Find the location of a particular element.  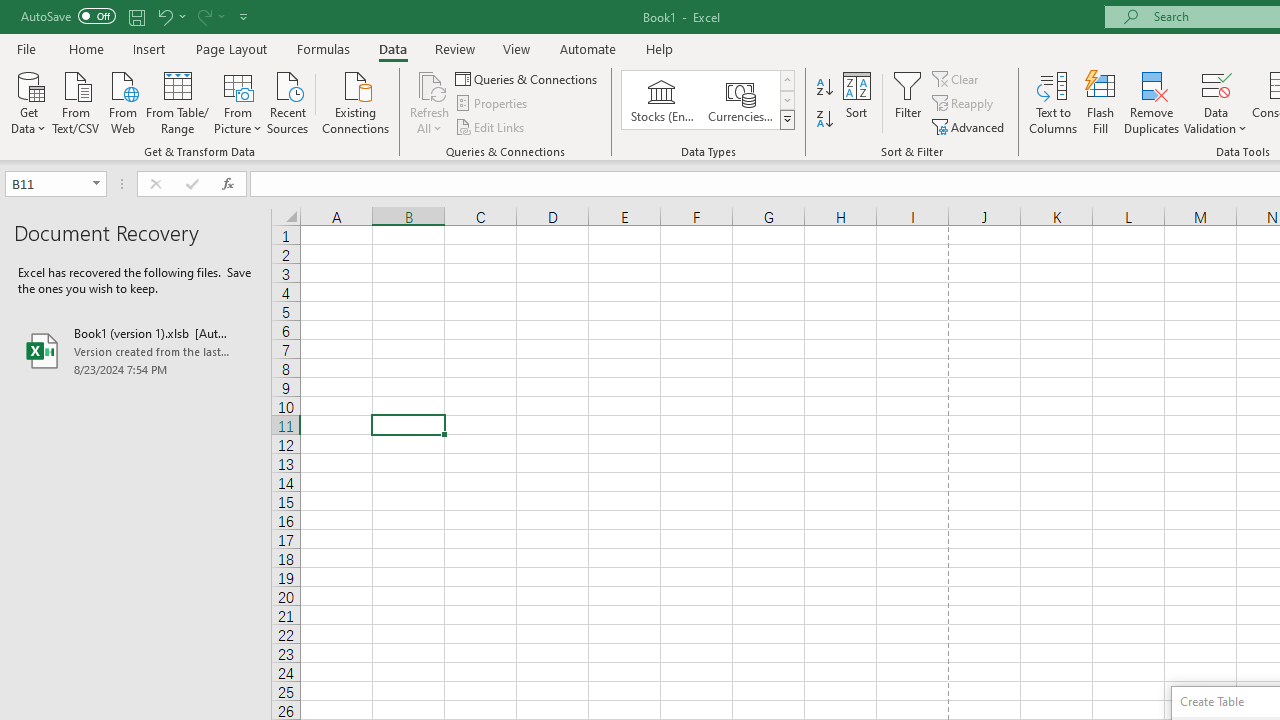

'AutoSave' is located at coordinates (68, 16).